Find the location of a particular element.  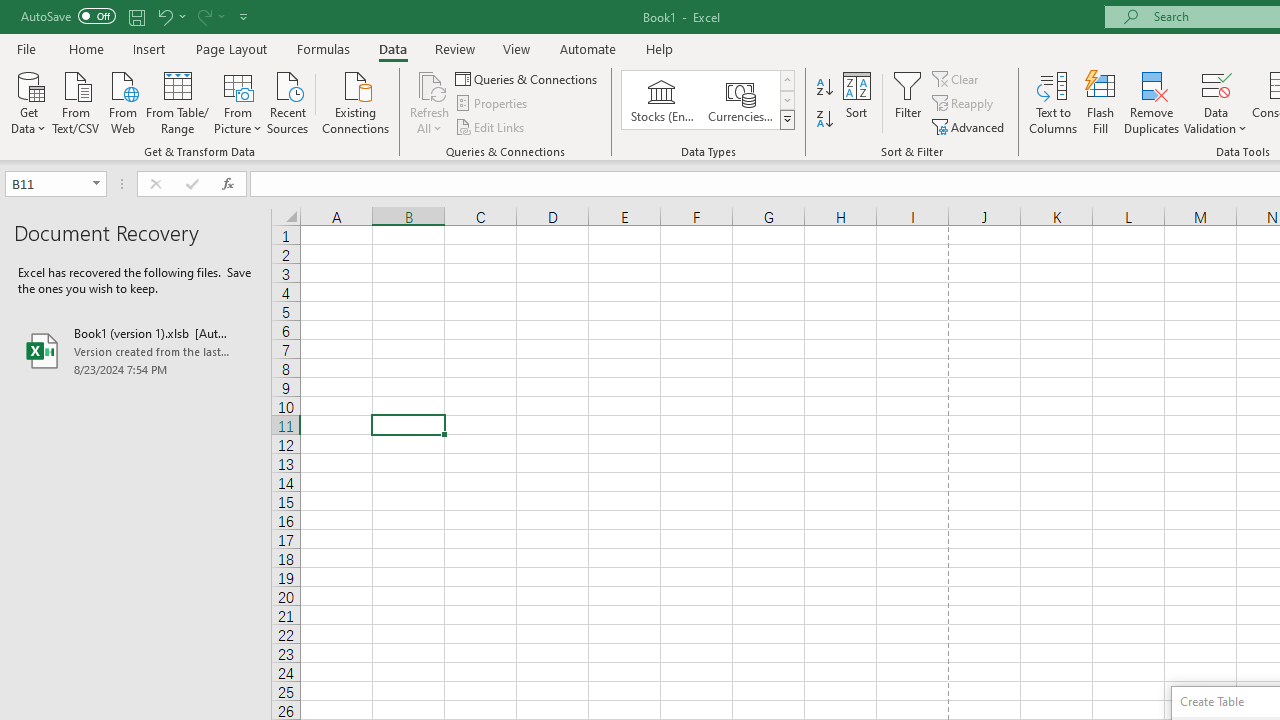

'AutoSave' is located at coordinates (68, 16).